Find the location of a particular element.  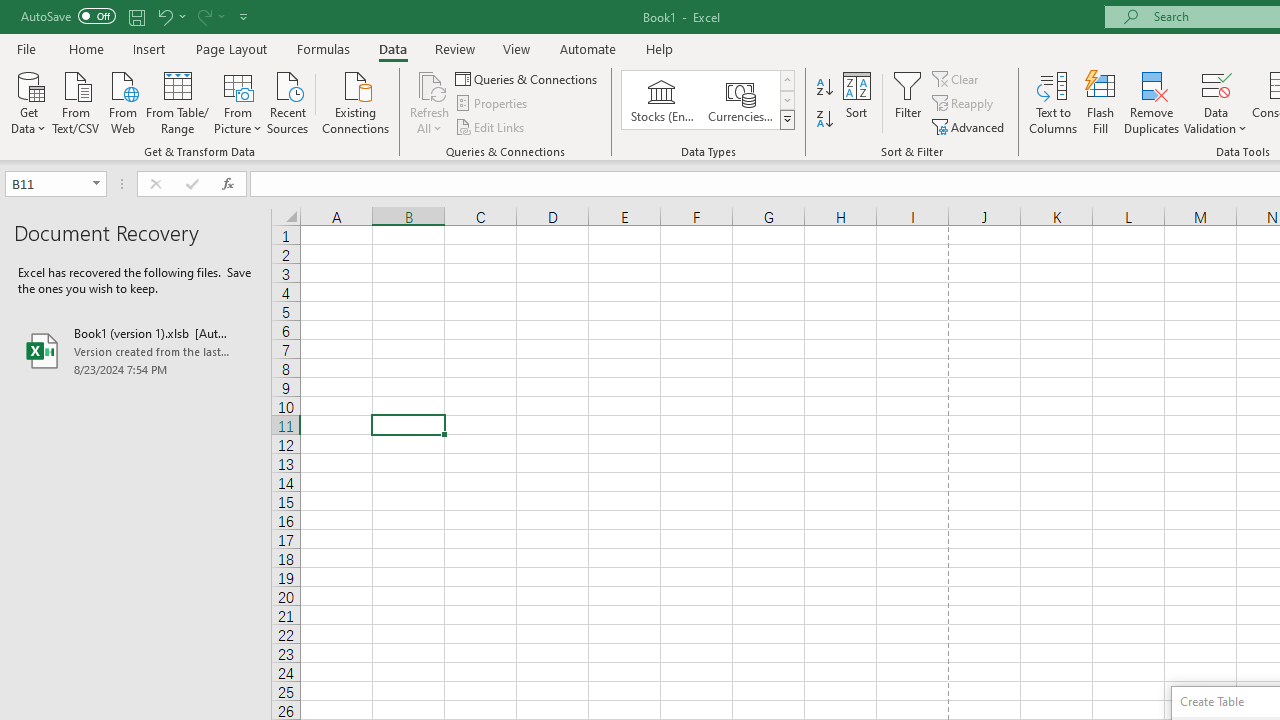

'AutoSave' is located at coordinates (68, 16).